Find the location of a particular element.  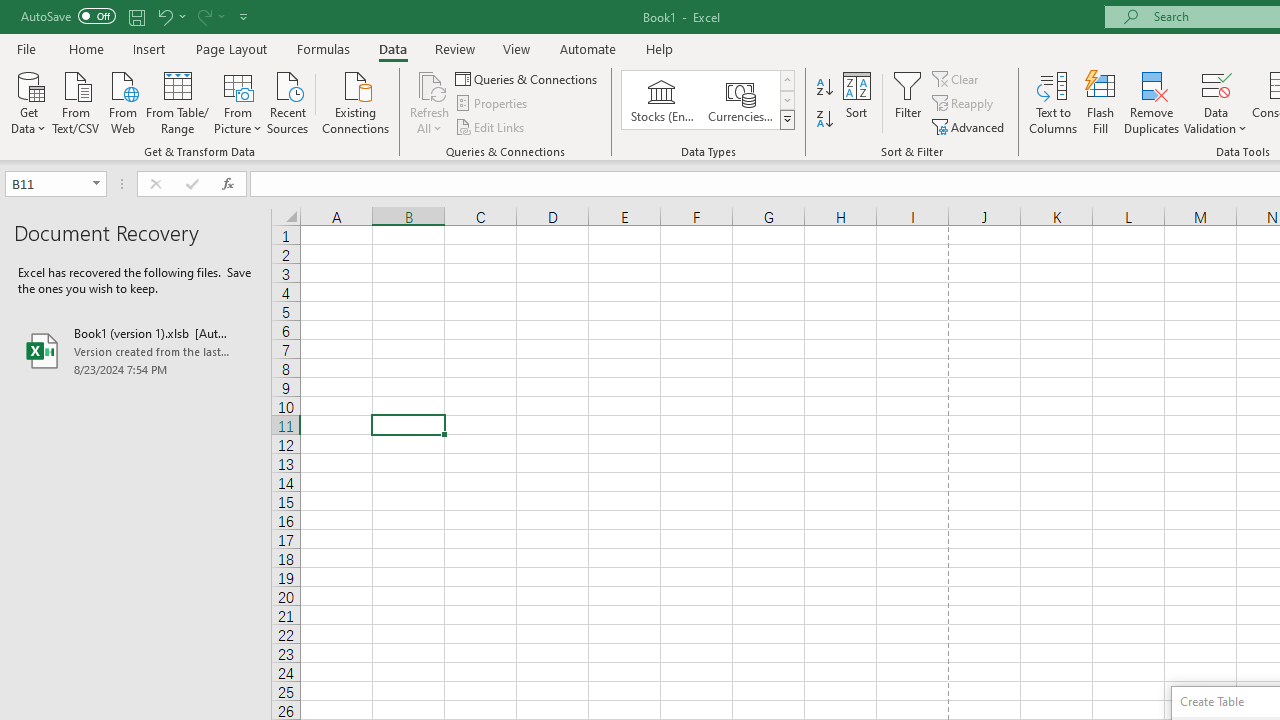

'AutoSave' is located at coordinates (68, 16).